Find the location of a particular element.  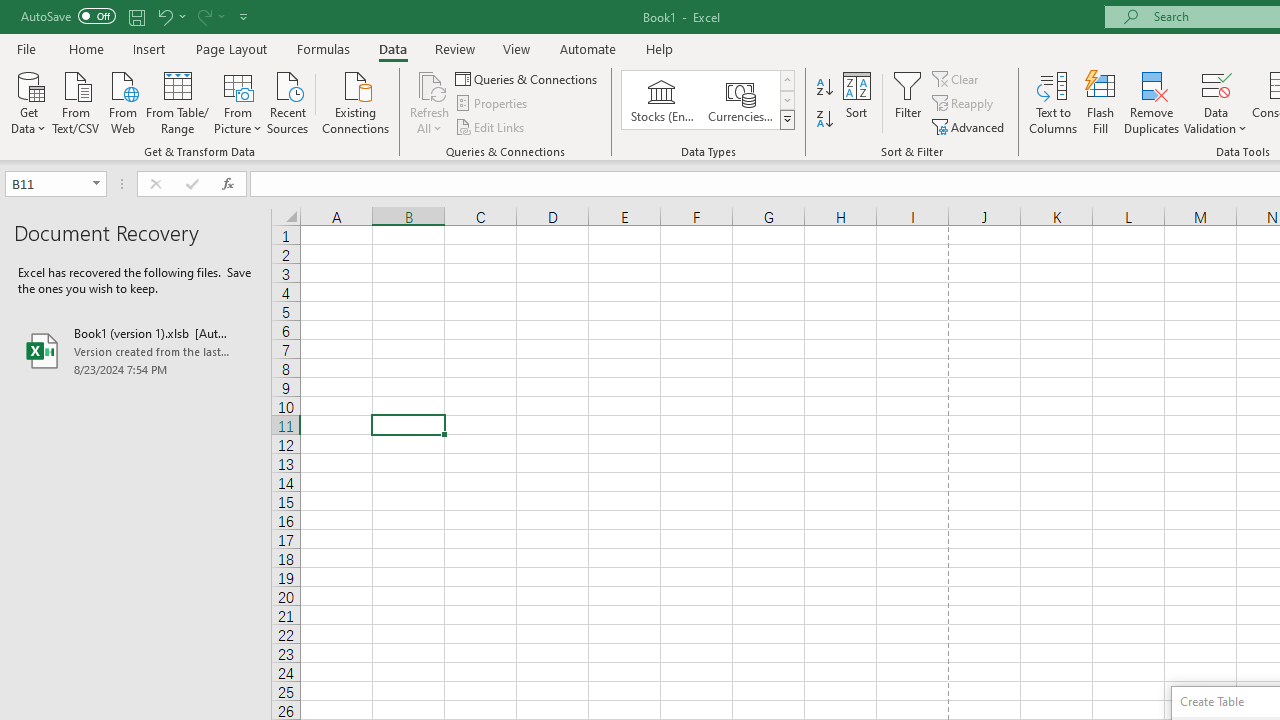

'AutoSave' is located at coordinates (68, 16).